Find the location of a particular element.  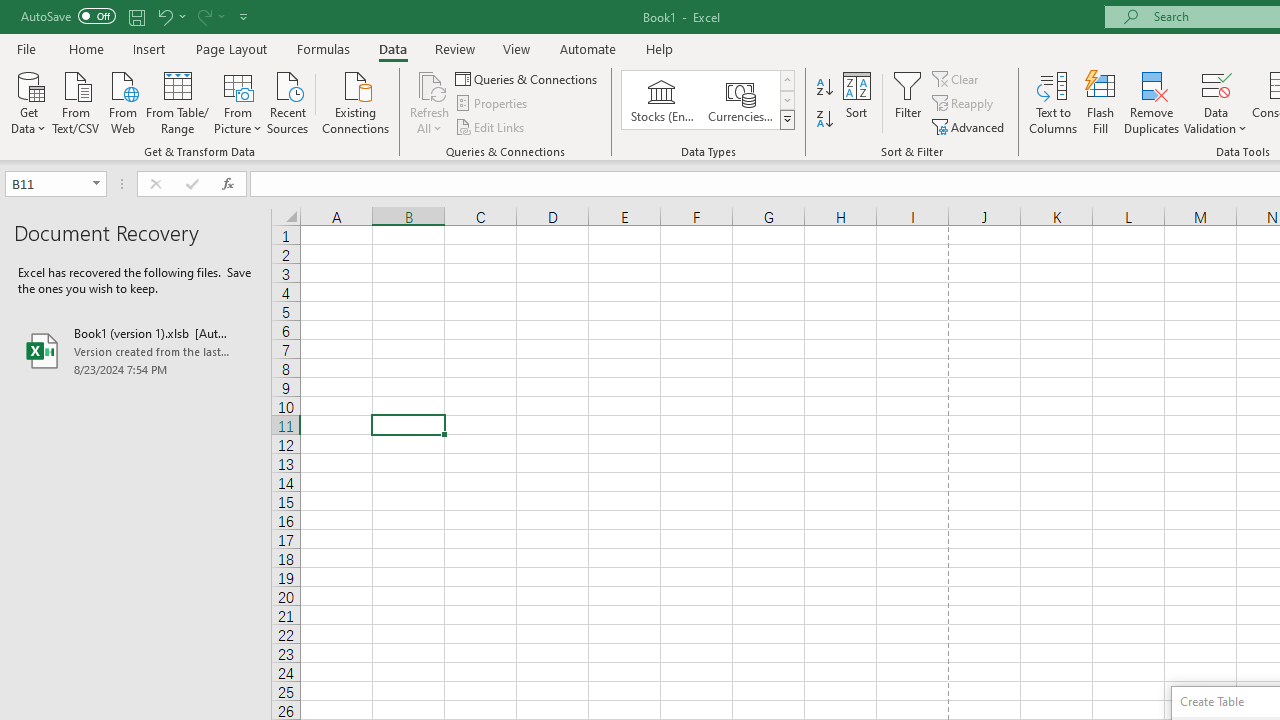

'AutoSave' is located at coordinates (68, 16).